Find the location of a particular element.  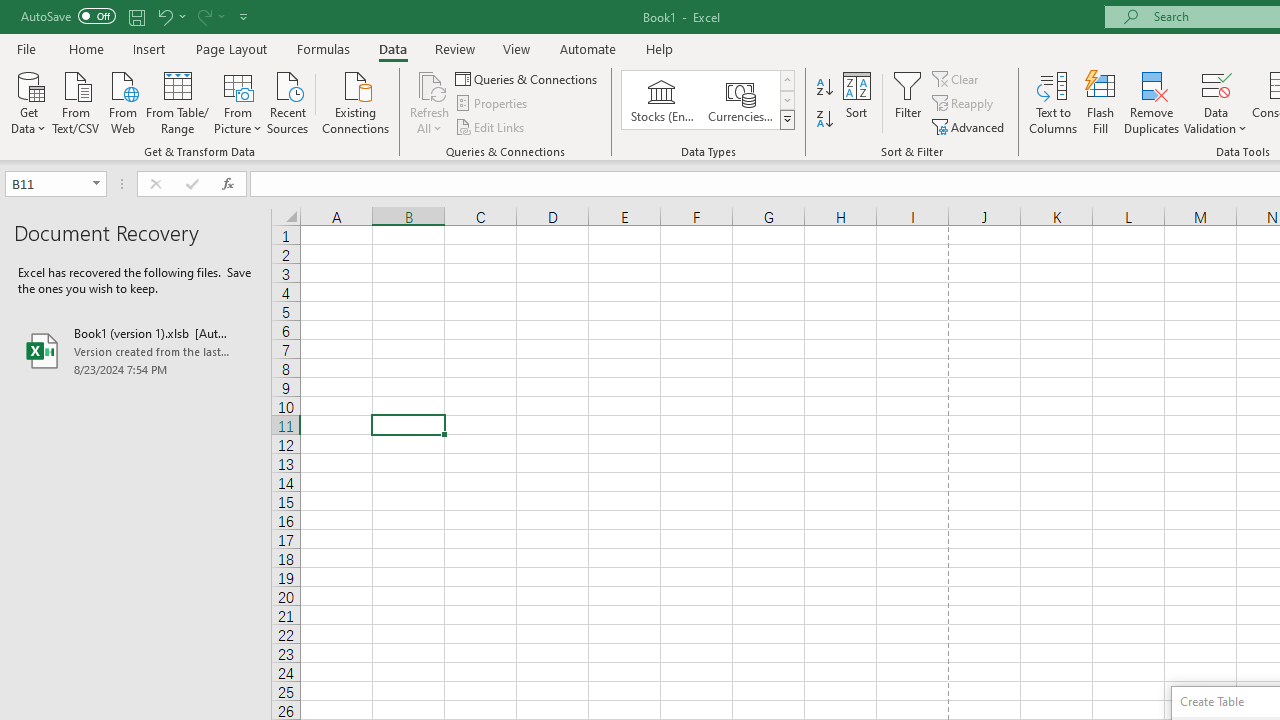

'AutoSave' is located at coordinates (68, 16).